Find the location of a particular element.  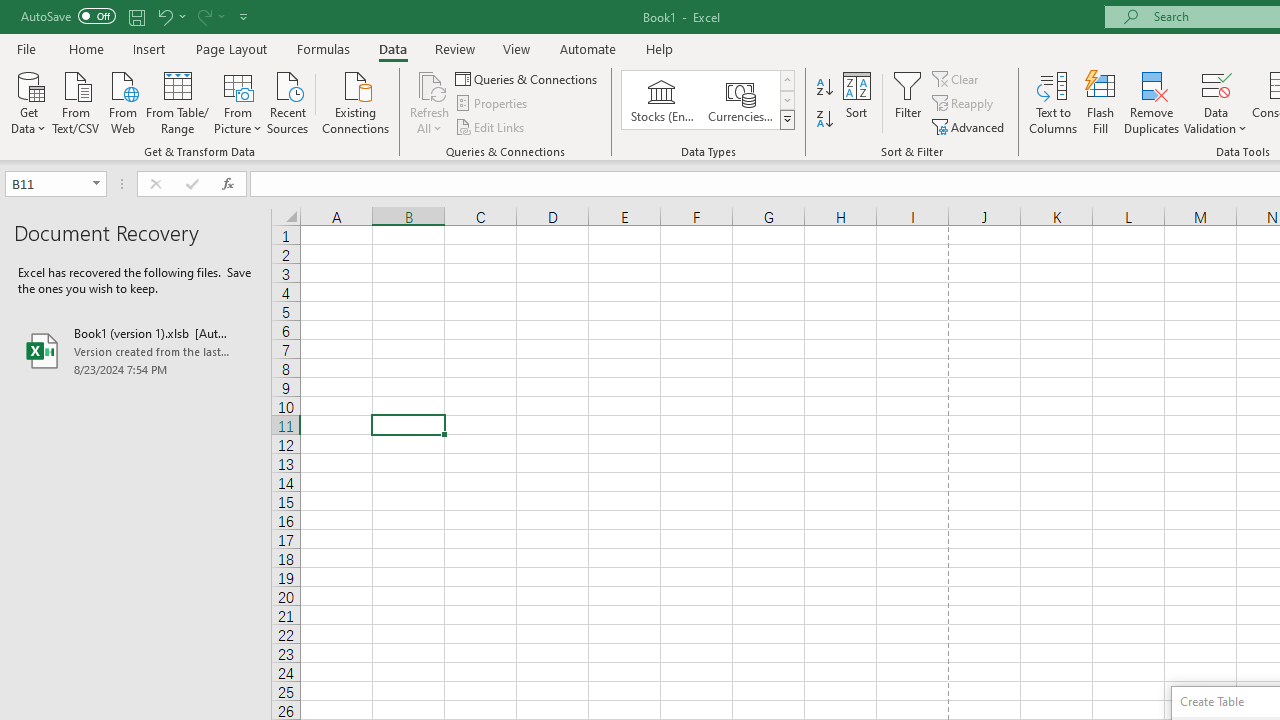

'AutoSave' is located at coordinates (68, 16).